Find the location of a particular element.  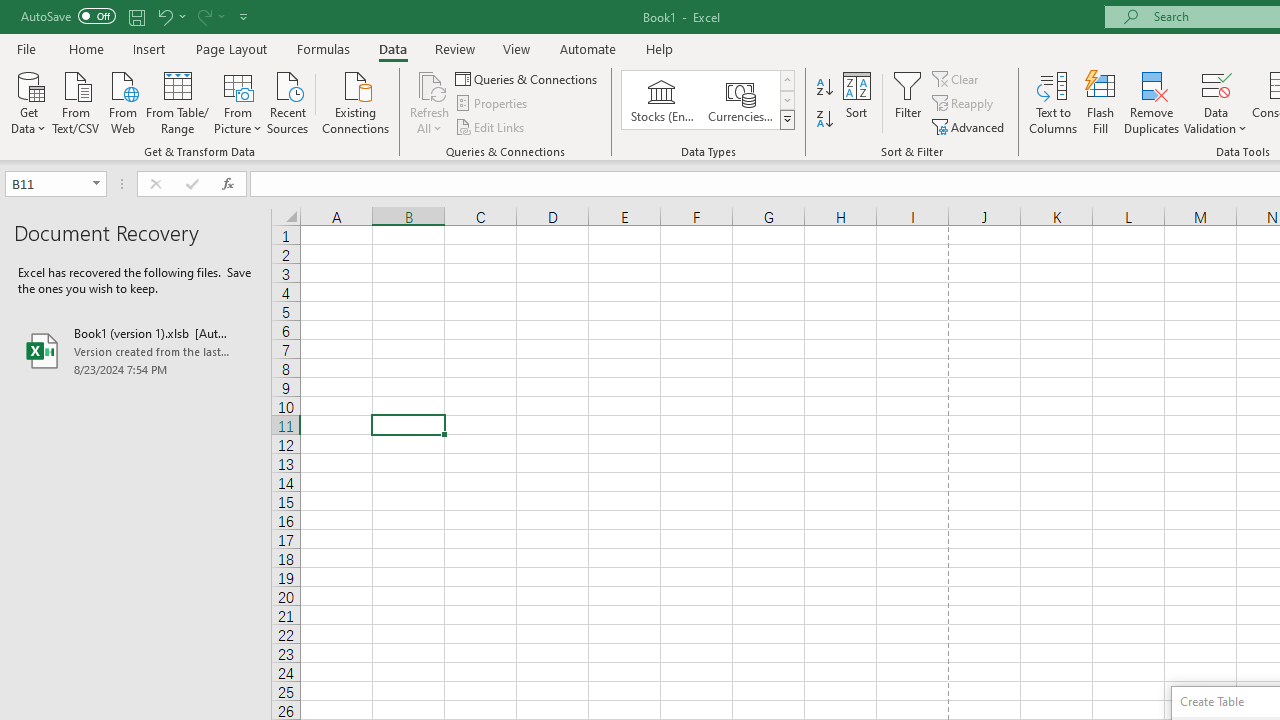

'AutoSave' is located at coordinates (68, 16).